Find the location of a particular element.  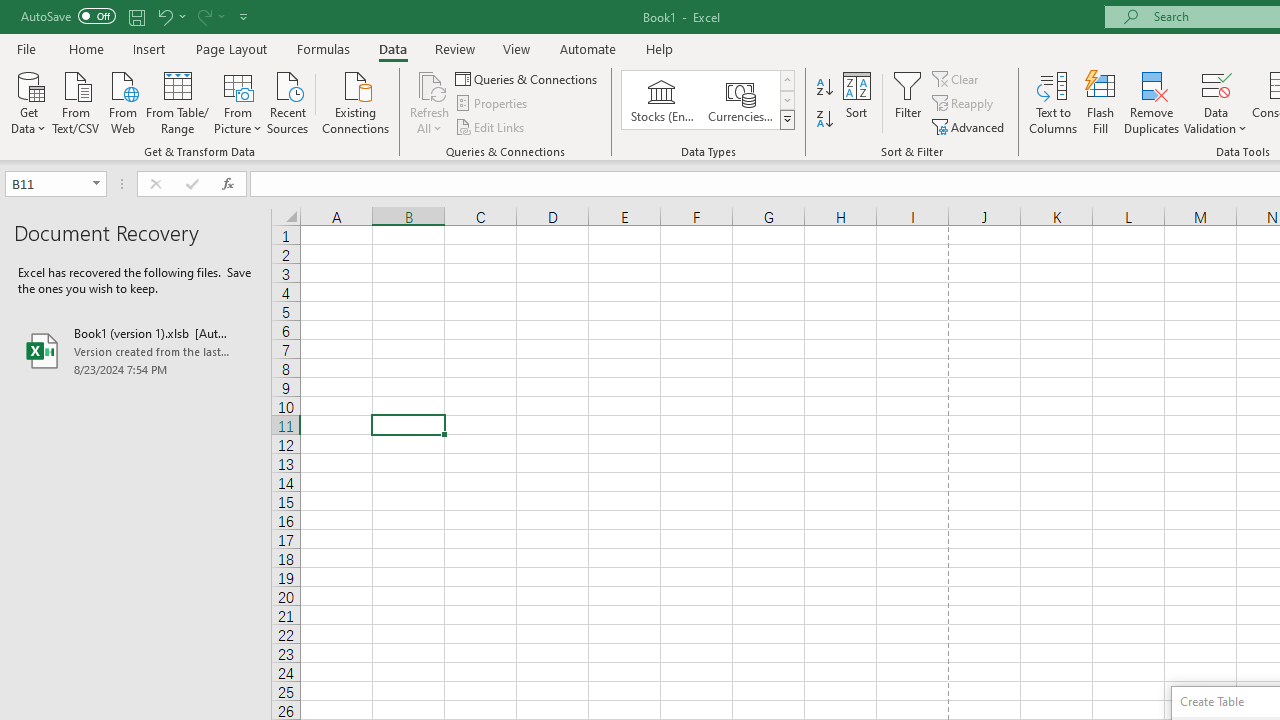

'AutoSave' is located at coordinates (68, 16).